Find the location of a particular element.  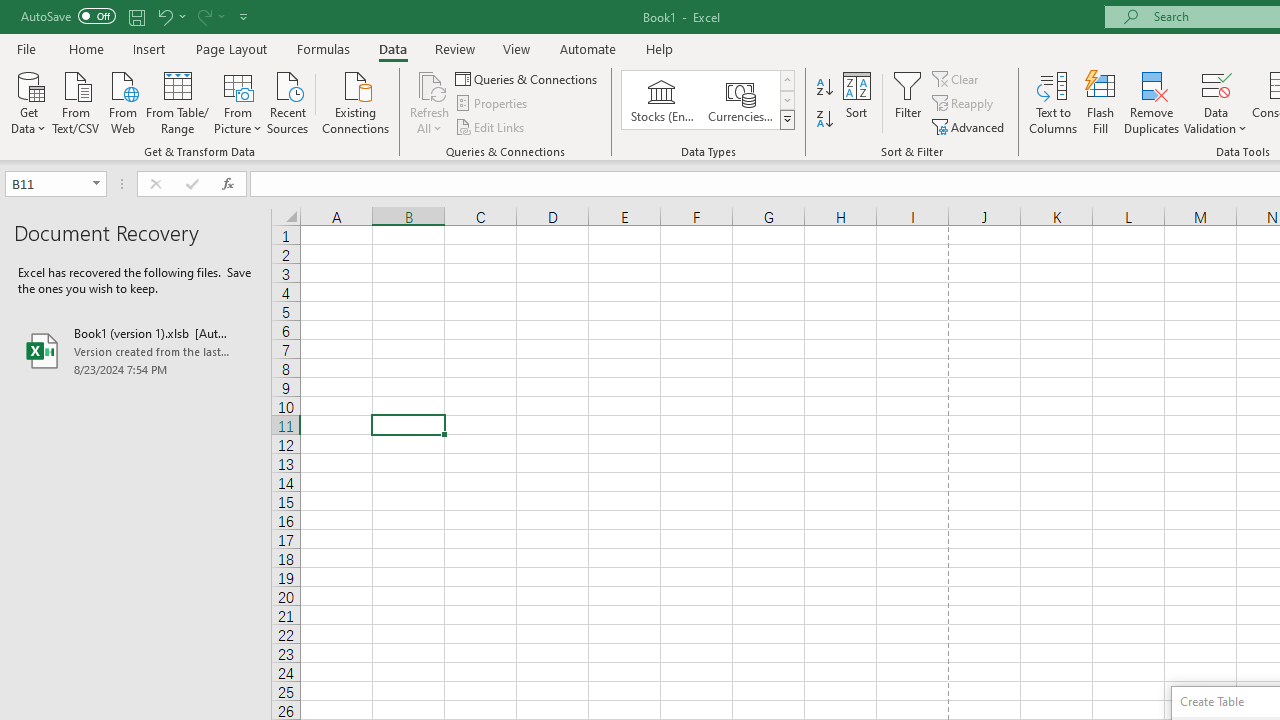

'AutoSave' is located at coordinates (68, 16).